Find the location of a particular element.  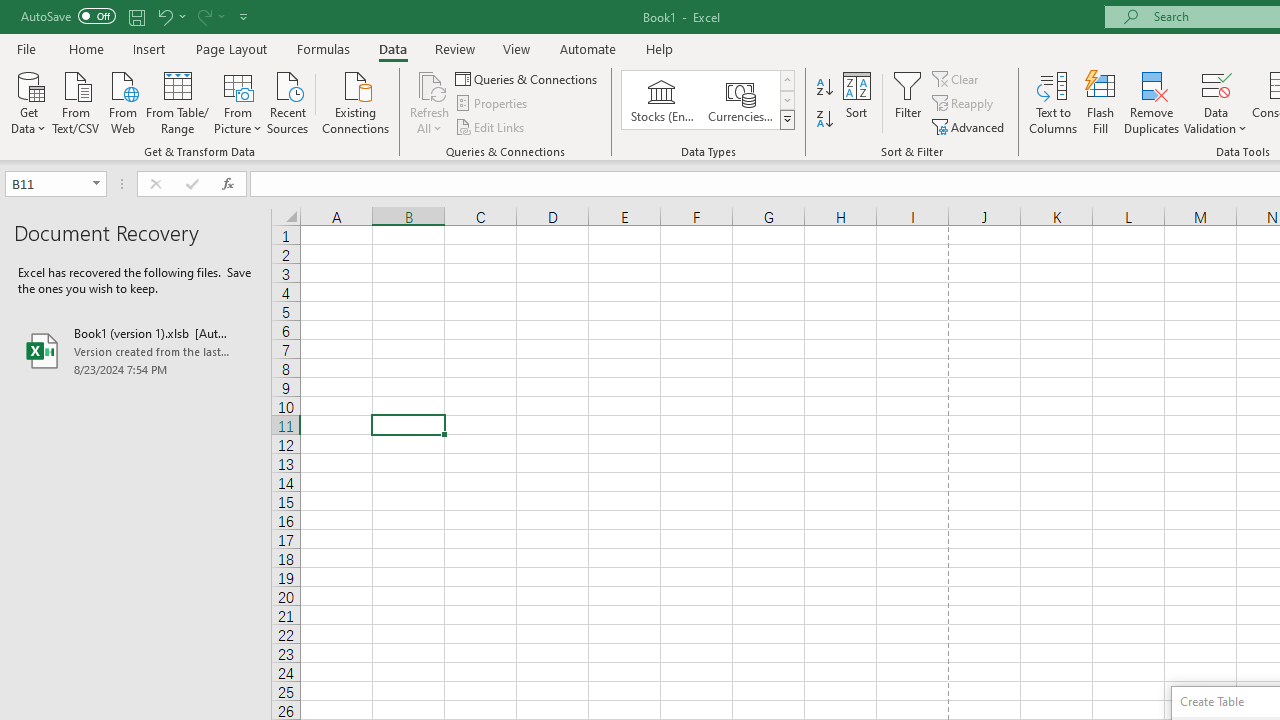

'AutoSave' is located at coordinates (68, 16).